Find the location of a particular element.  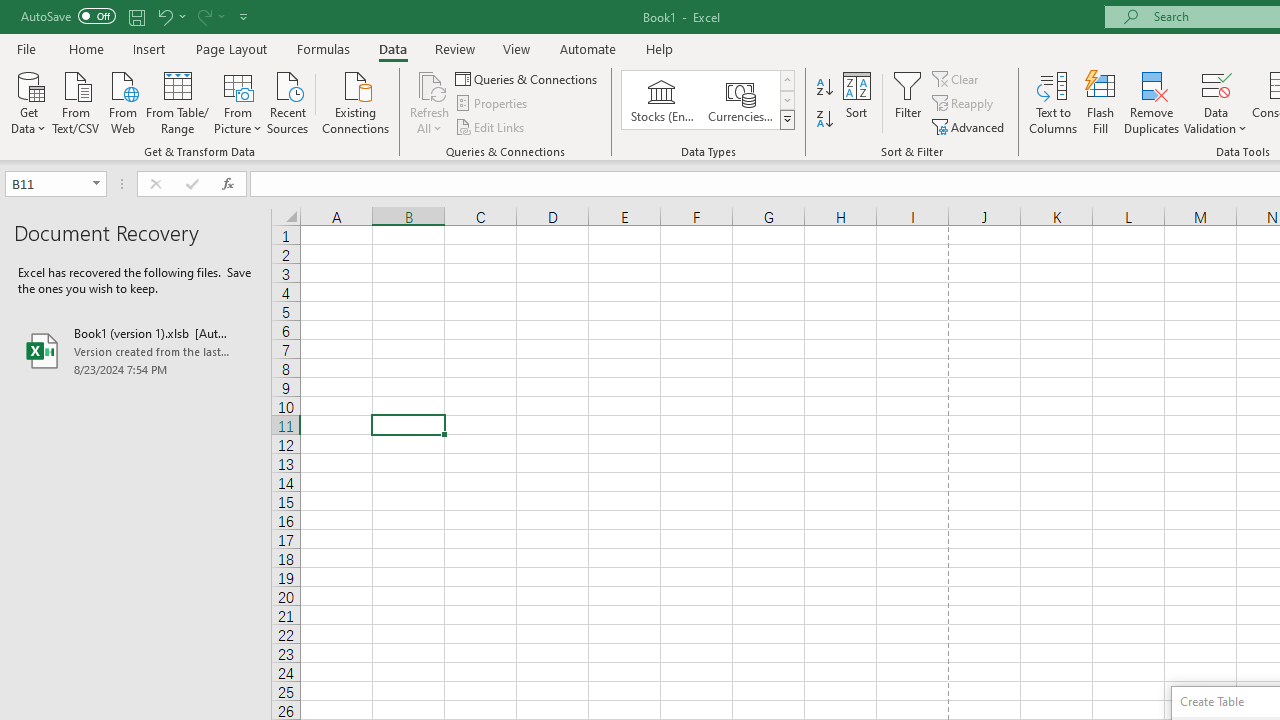

'AutoSave' is located at coordinates (68, 16).